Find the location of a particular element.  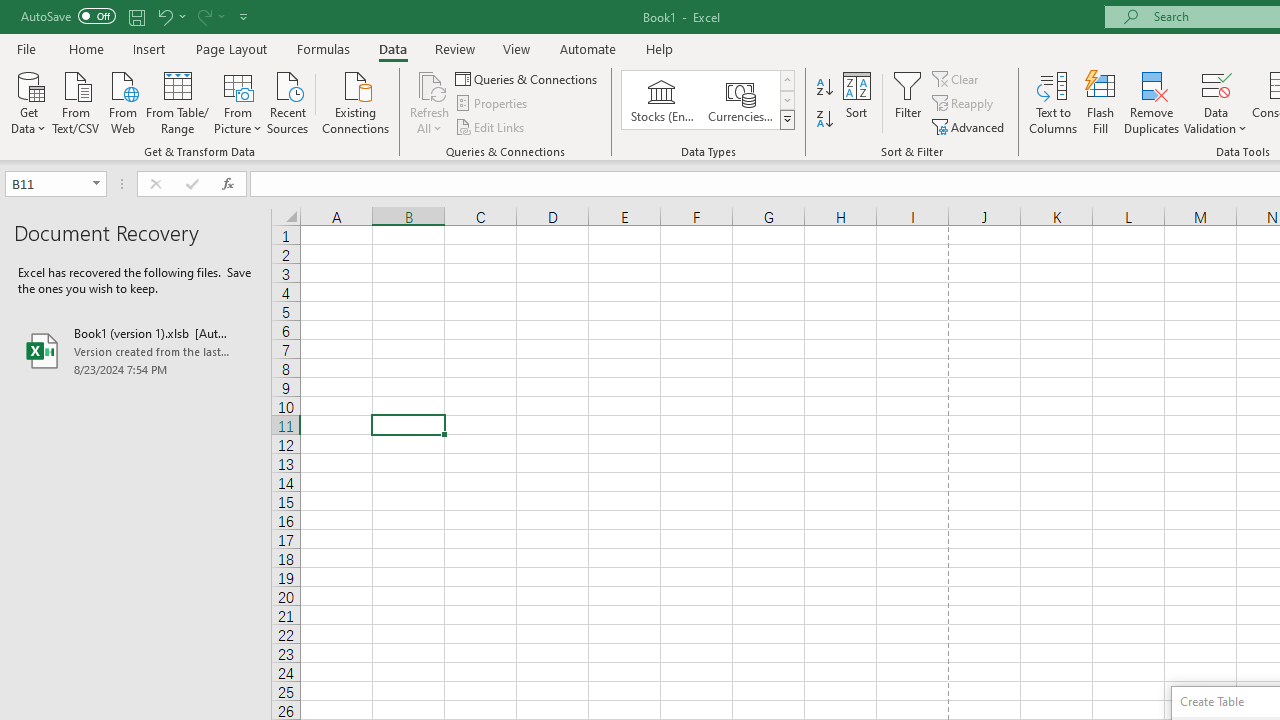

'AutoSave' is located at coordinates (68, 16).